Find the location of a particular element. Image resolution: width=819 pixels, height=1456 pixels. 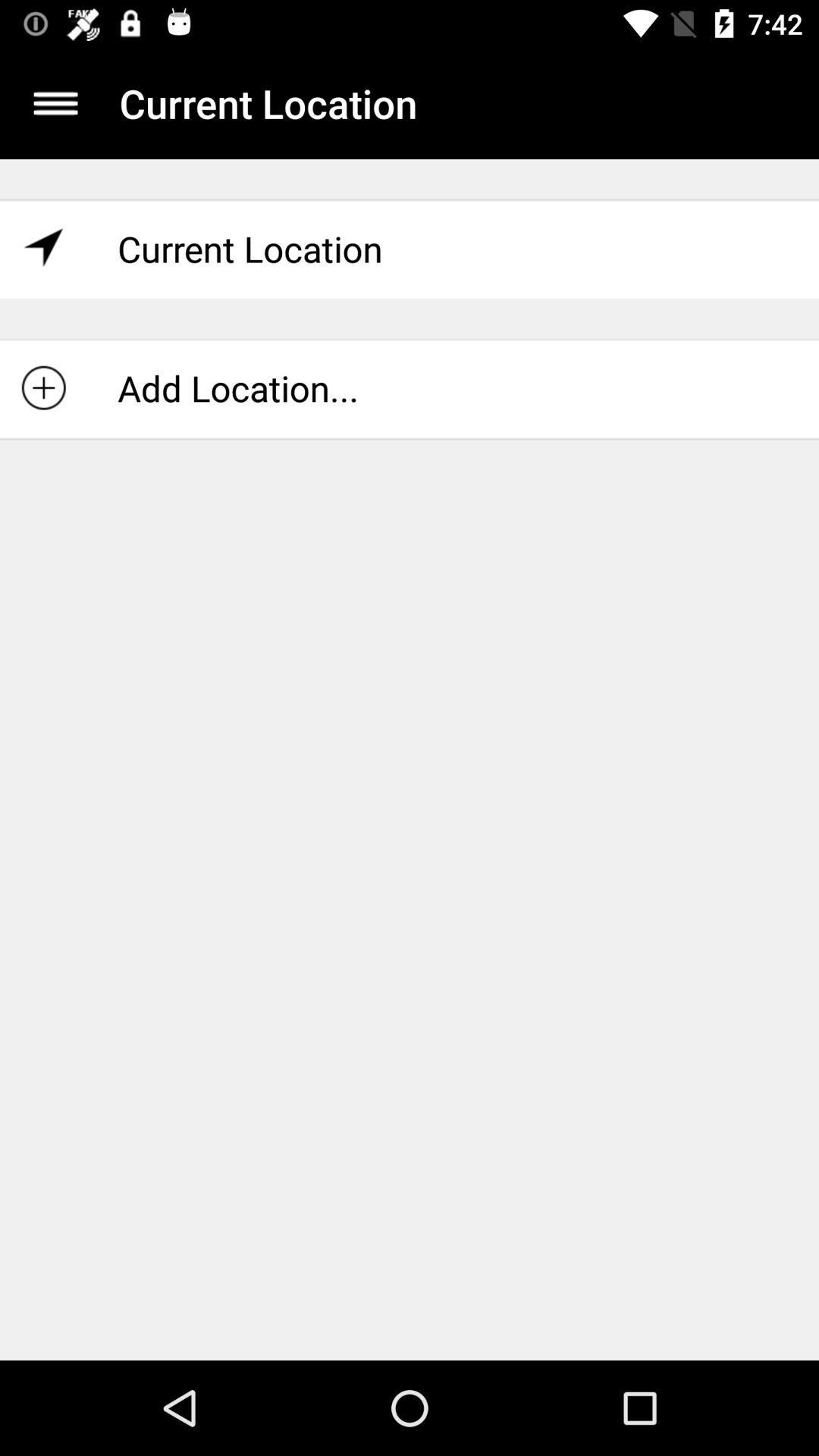

icon above current location icon is located at coordinates (55, 102).